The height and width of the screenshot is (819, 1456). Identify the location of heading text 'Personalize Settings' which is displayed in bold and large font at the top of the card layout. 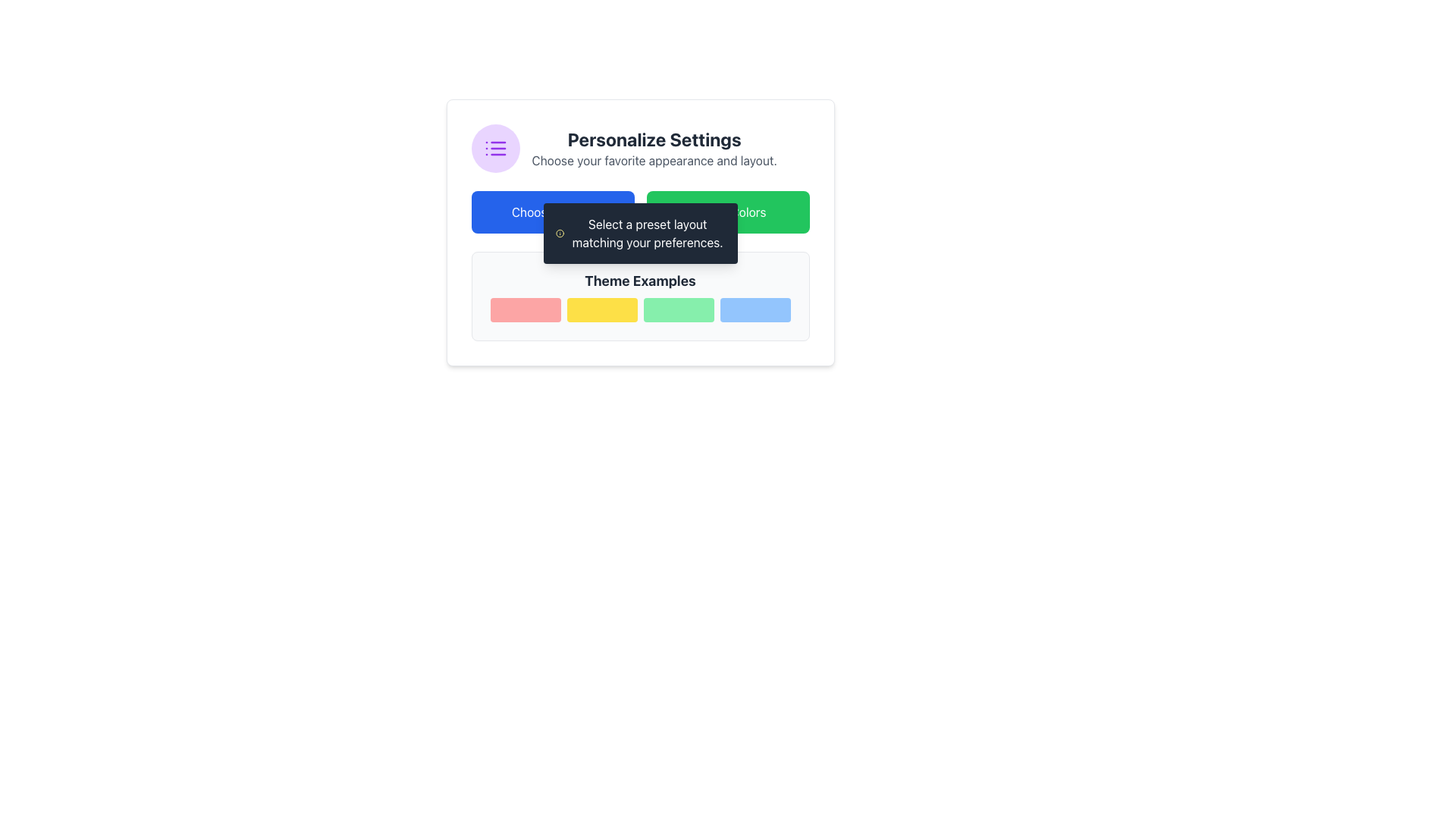
(654, 140).